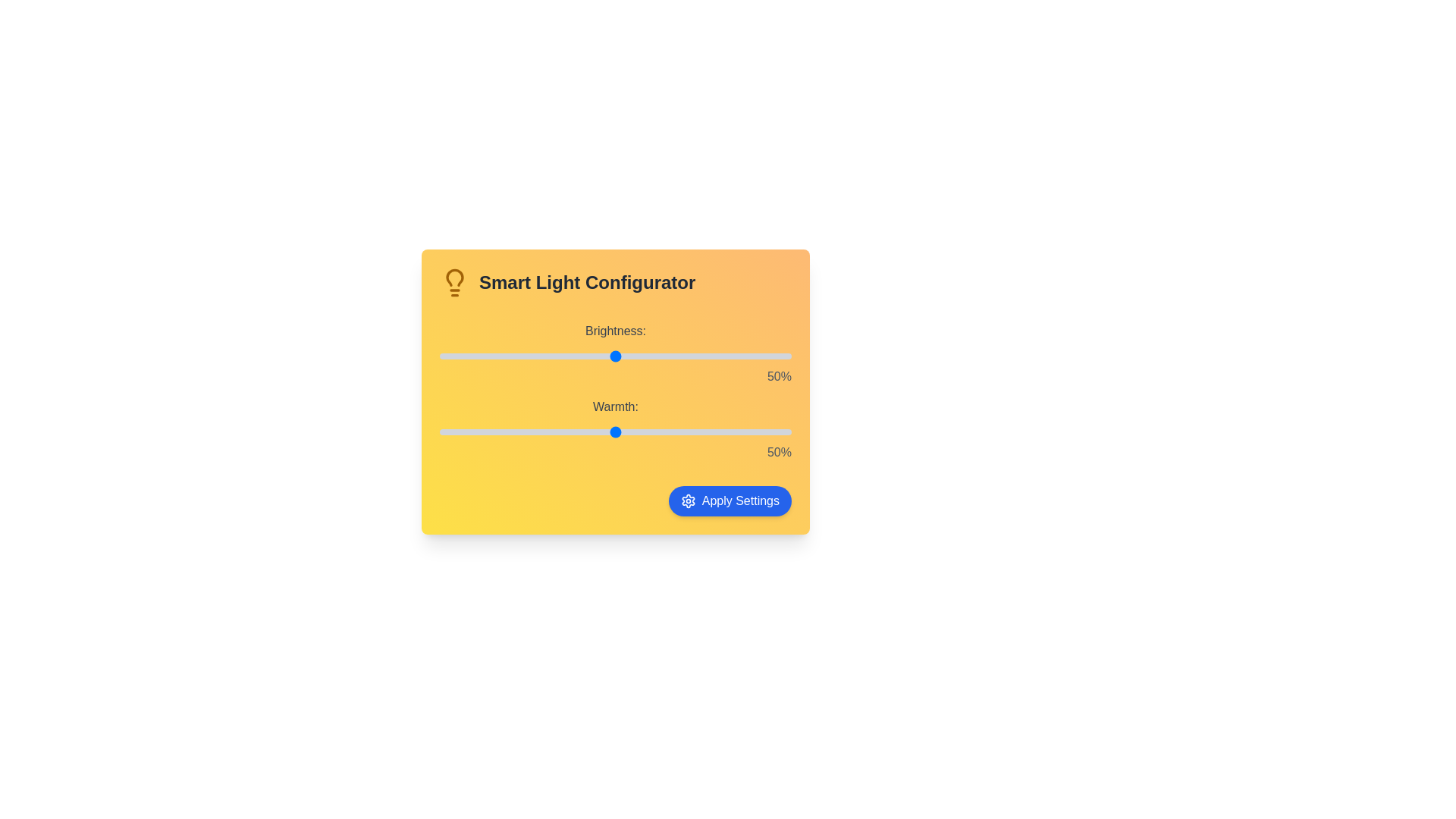 This screenshot has height=819, width=1456. What do you see at coordinates (730, 500) in the screenshot?
I see `the 'Apply Settings' button with a blue background and white text, featuring a settings gear icon, located in the lower-right corner of the 'Smart Light Configurator' panel to apply the settings` at bounding box center [730, 500].